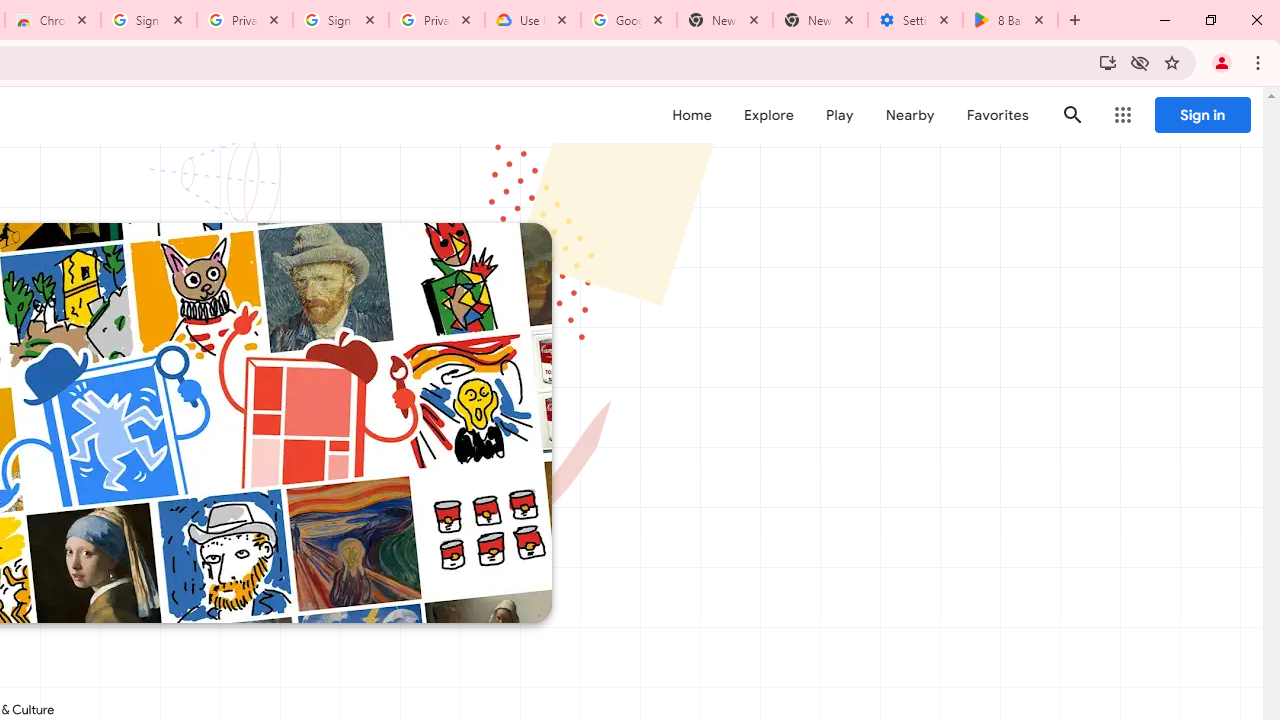 This screenshot has width=1280, height=720. Describe the element at coordinates (1010, 20) in the screenshot. I see `'8 Ball Pool - Apps on Google Play'` at that location.